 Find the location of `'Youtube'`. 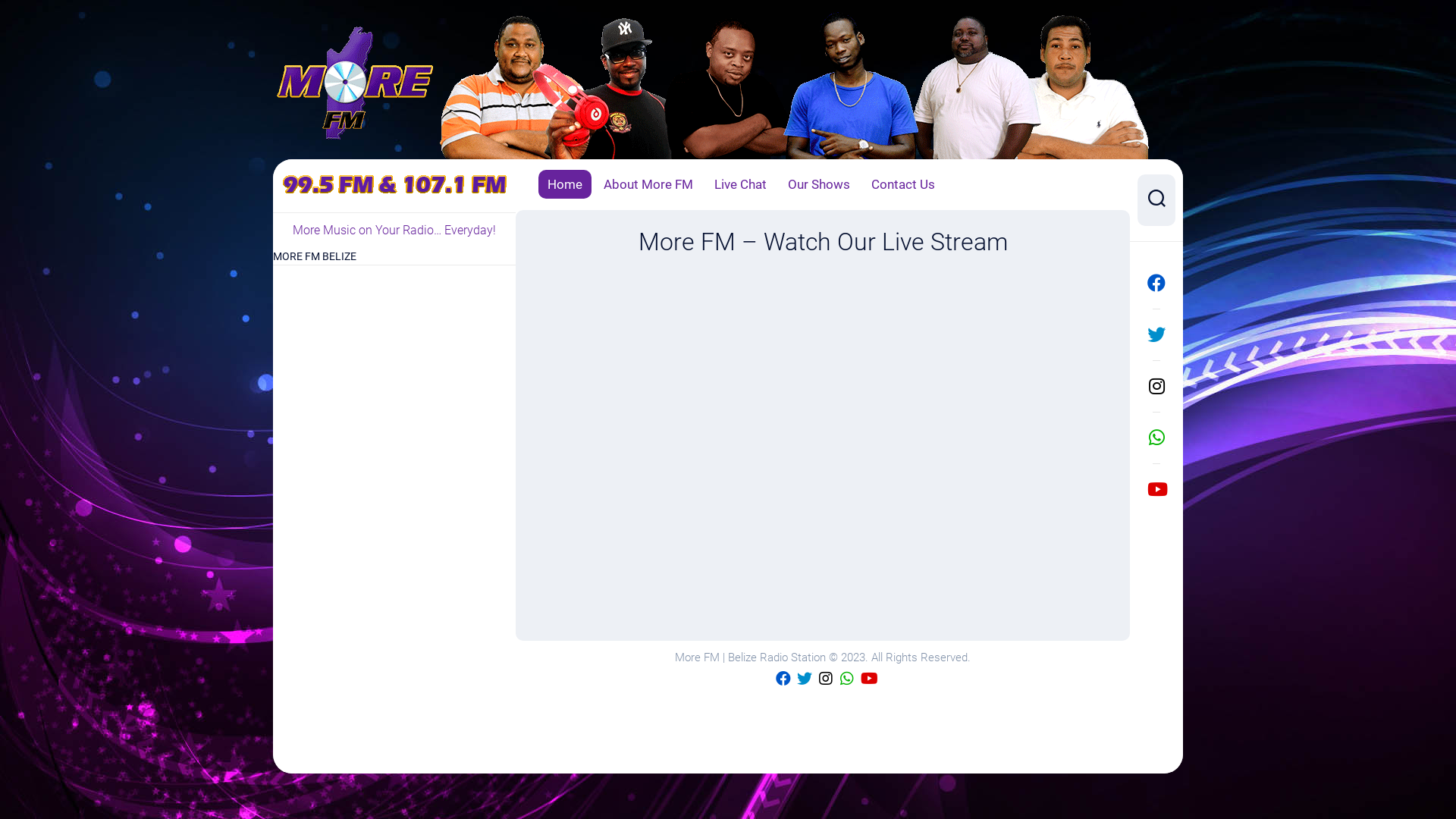

'Youtube' is located at coordinates (1156, 488).